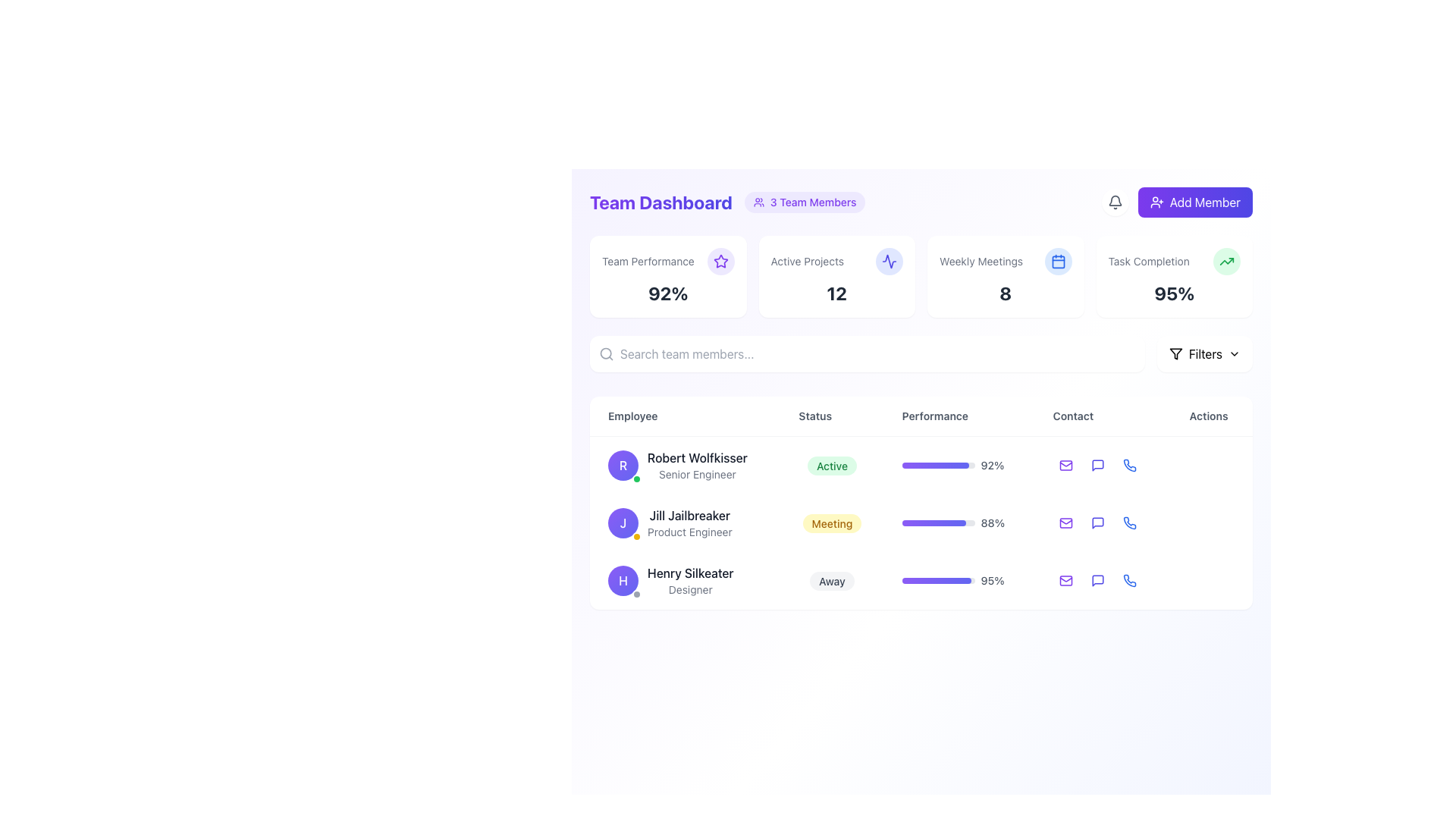 This screenshot has height=819, width=1456. I want to click on the small rounded rectangle icon with a violet mail envelope symbol located in the 'Contact' column of the first row in the data table, so click(1065, 464).